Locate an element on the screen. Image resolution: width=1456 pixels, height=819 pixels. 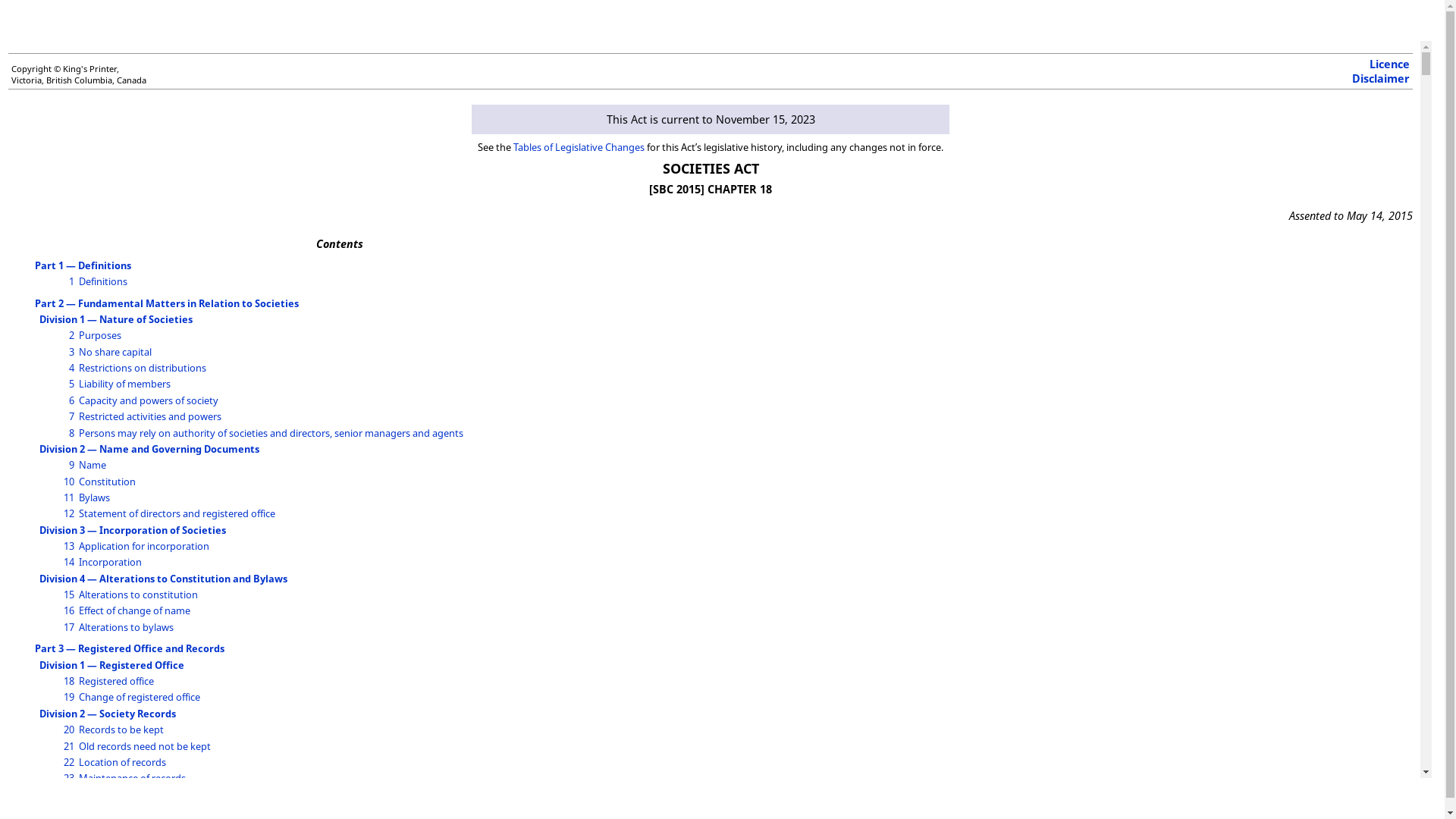
'4' is located at coordinates (71, 368).